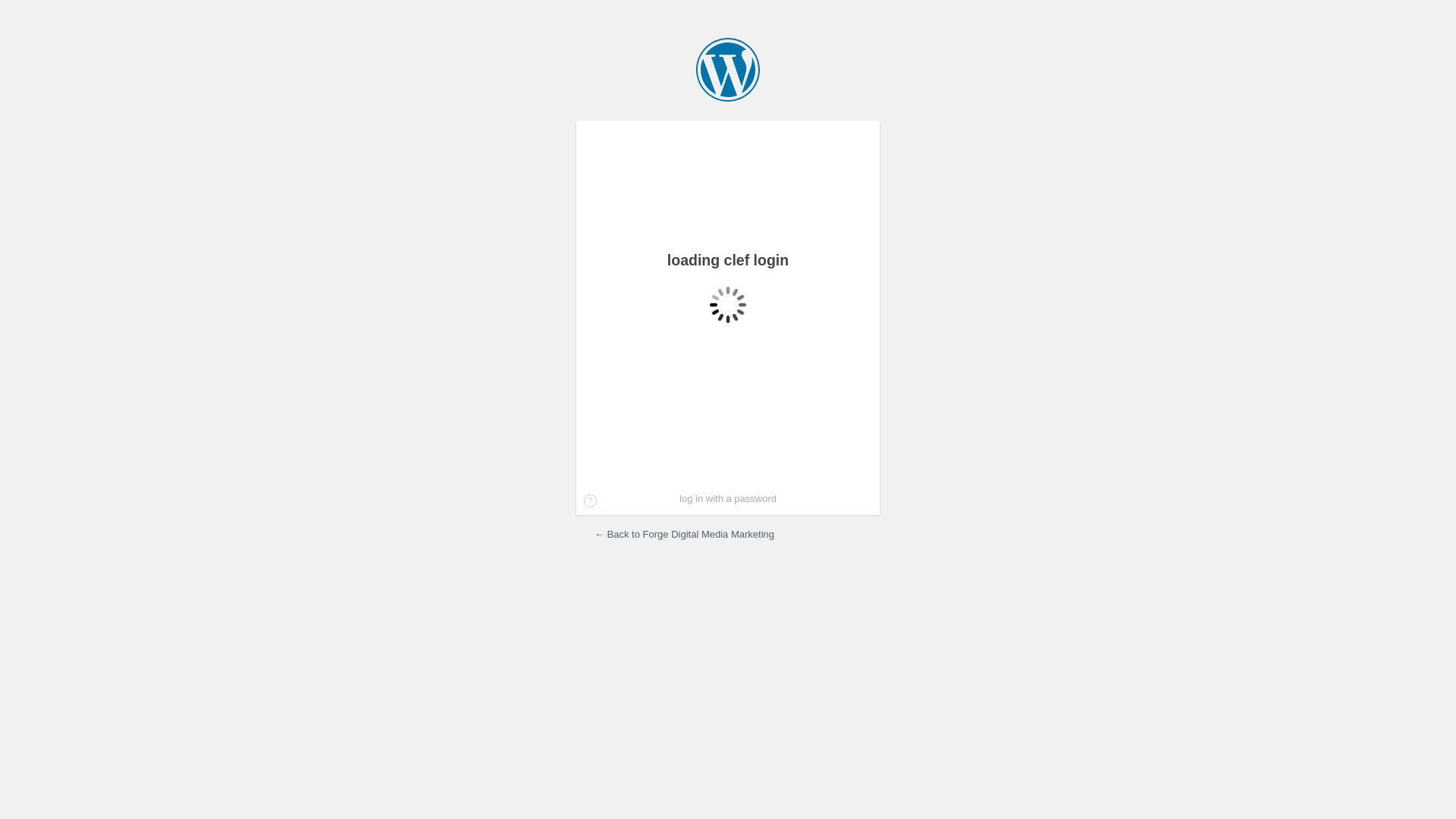 This screenshot has width=1456, height=819. I want to click on 'Forge Digital Media Marketing', so click(728, 70).